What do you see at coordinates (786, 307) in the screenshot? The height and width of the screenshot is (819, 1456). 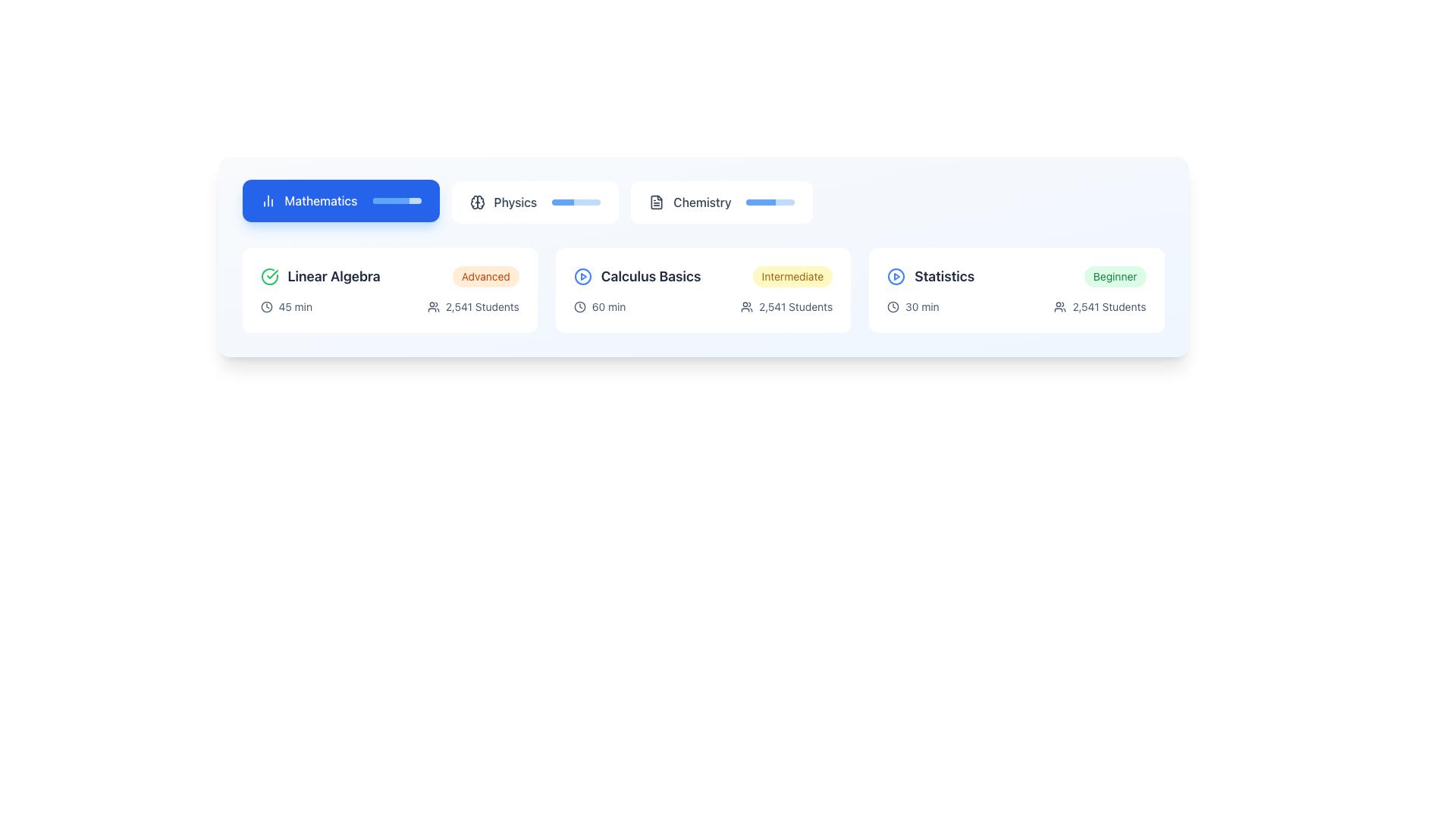 I see `the text and icon displaying '2,541 Students' in the 'Calculus Basics' course card, which is the last piece of information in the card` at bounding box center [786, 307].